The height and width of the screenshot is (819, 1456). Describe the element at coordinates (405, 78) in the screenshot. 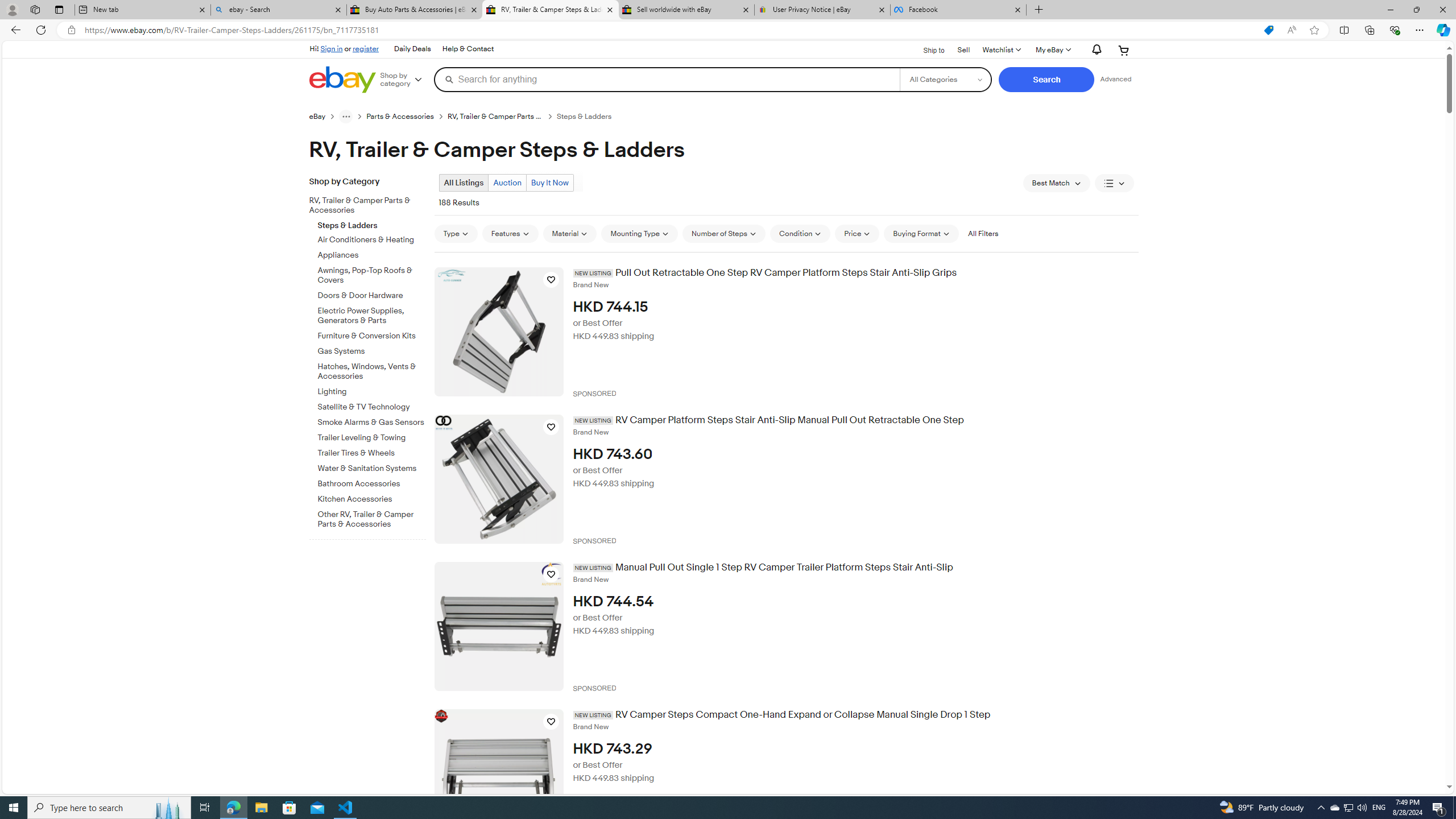

I see `'Shop by category'` at that location.